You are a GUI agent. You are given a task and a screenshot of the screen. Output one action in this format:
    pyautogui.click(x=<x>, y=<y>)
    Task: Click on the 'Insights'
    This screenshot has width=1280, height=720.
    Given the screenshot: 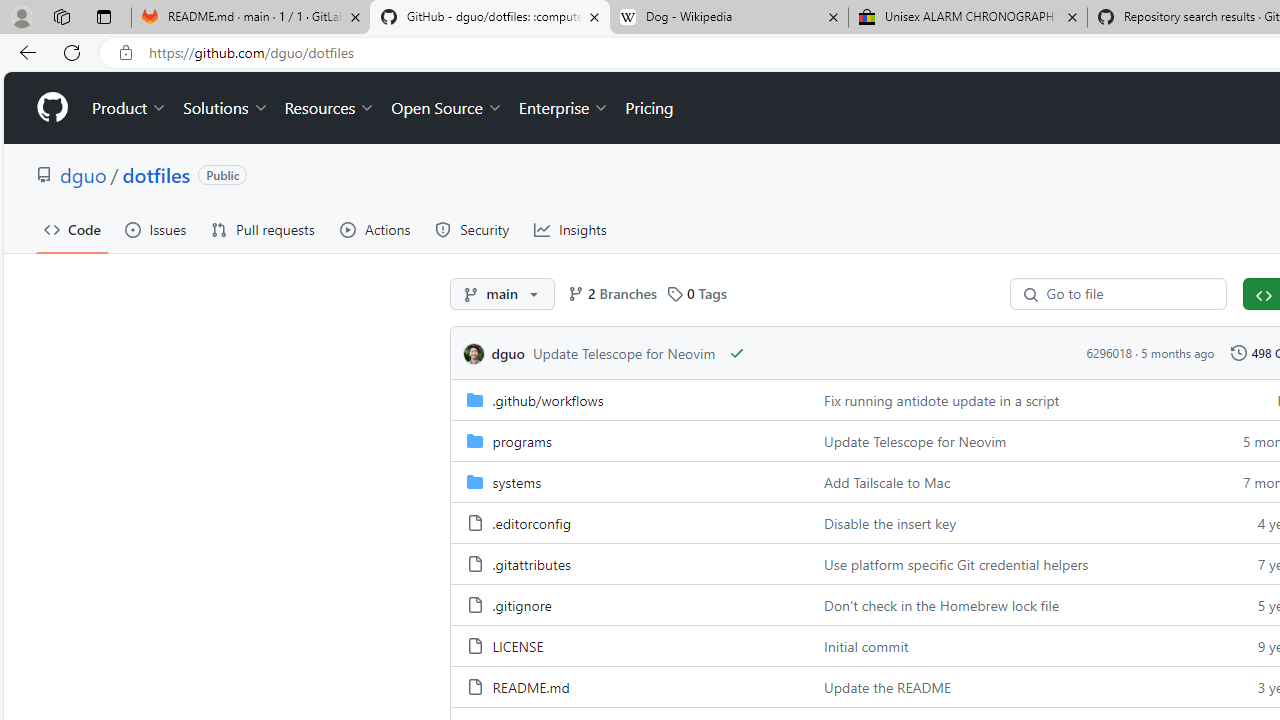 What is the action you would take?
    pyautogui.click(x=569, y=229)
    